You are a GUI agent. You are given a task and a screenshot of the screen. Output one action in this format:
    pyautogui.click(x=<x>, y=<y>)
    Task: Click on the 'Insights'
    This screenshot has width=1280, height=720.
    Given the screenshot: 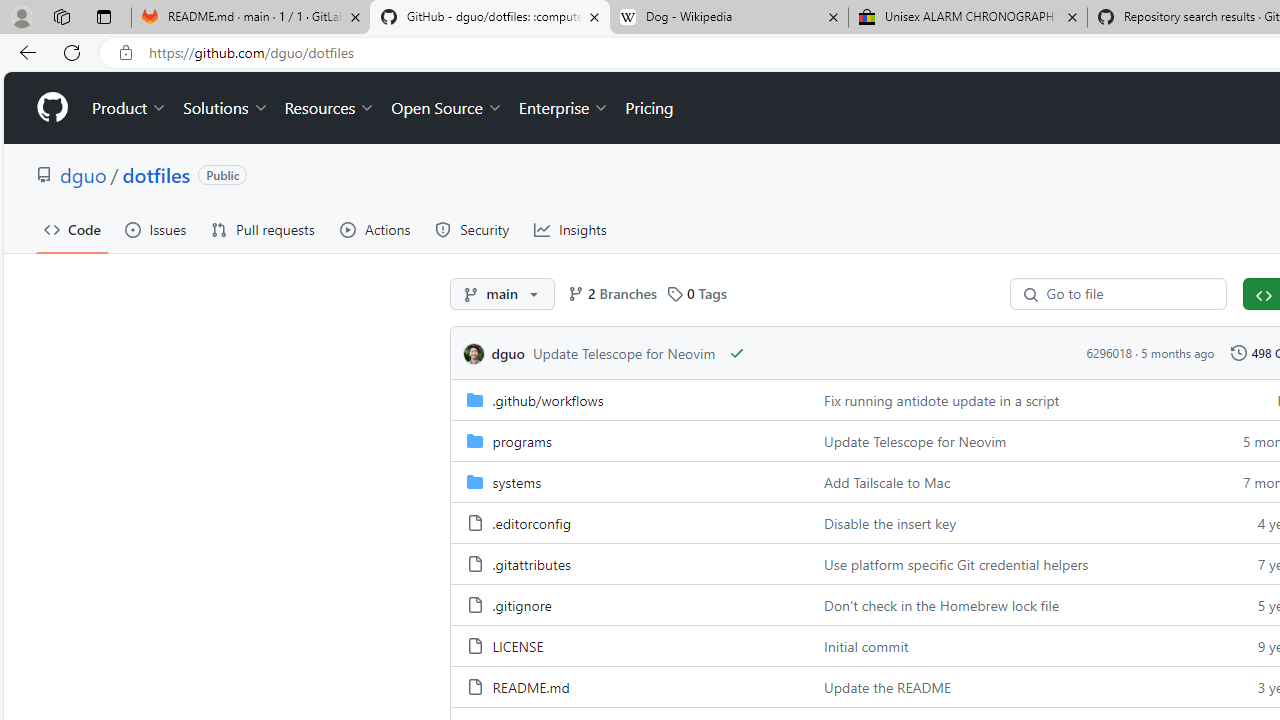 What is the action you would take?
    pyautogui.click(x=569, y=229)
    